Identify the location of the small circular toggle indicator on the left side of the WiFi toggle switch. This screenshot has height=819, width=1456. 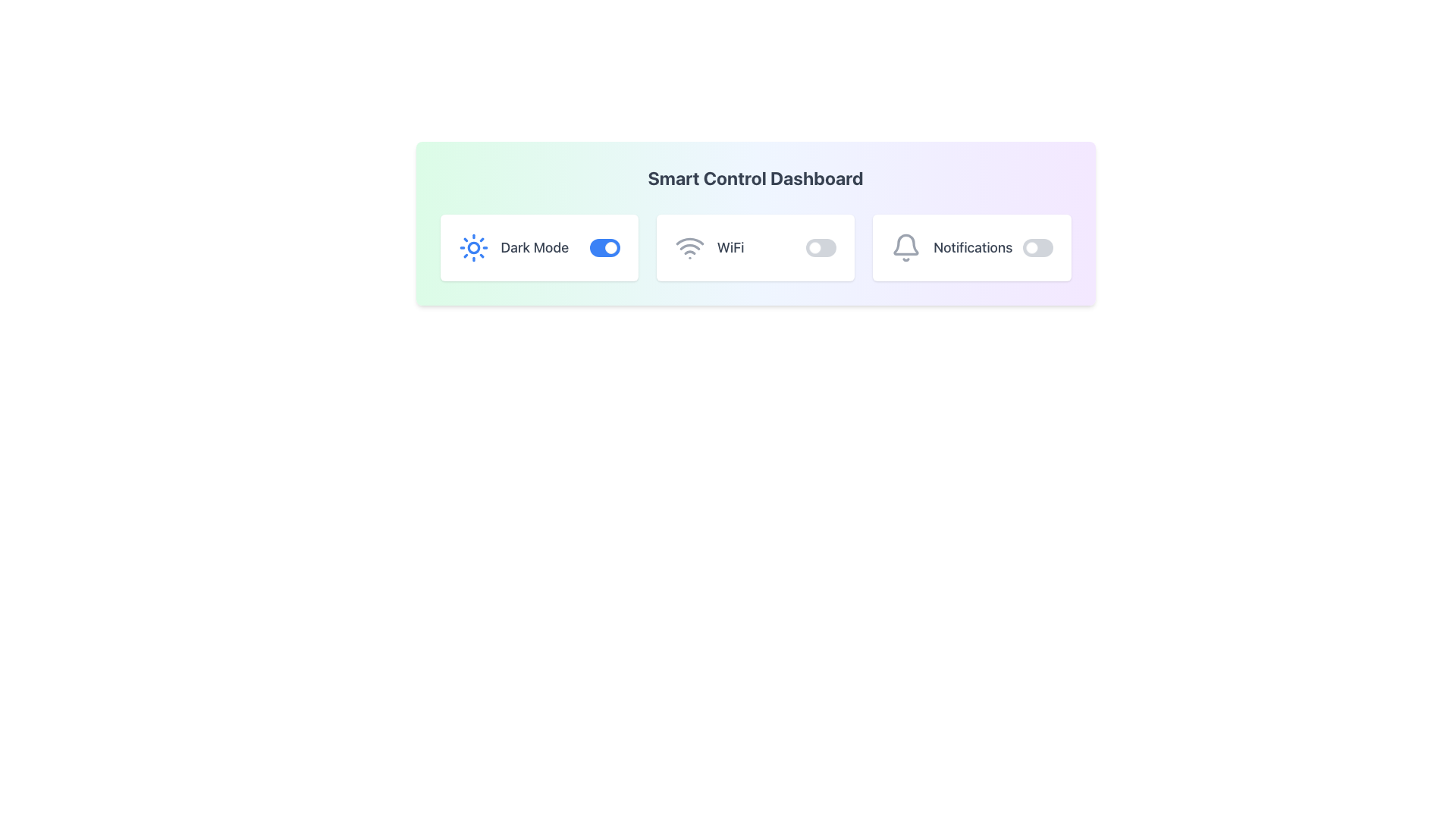
(814, 247).